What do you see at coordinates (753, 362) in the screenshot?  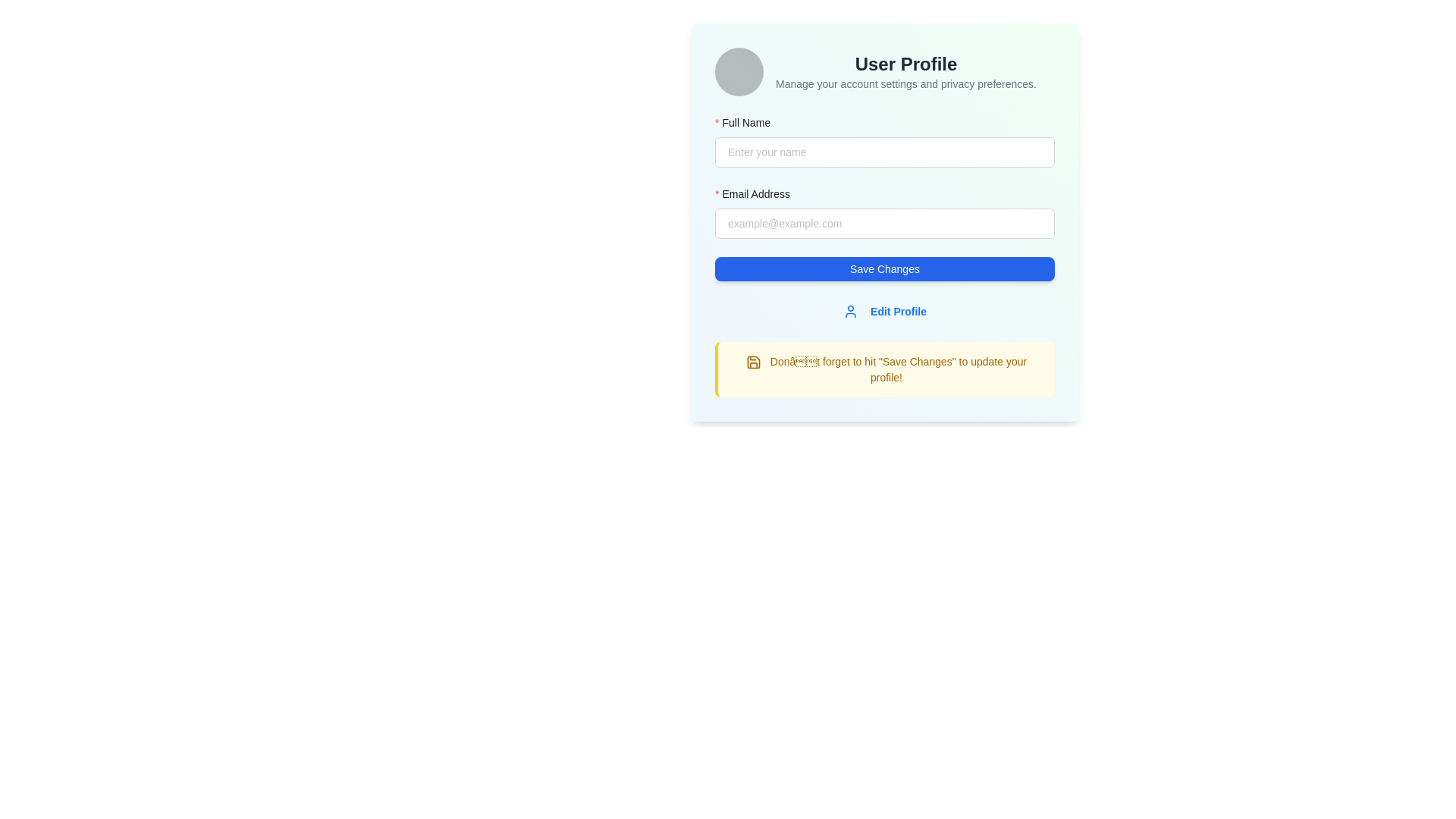 I see `the save icon, which resembles a floppy disk, positioned near the bottom center of the interface, adjacent to the 'Edit Profile' button` at bounding box center [753, 362].